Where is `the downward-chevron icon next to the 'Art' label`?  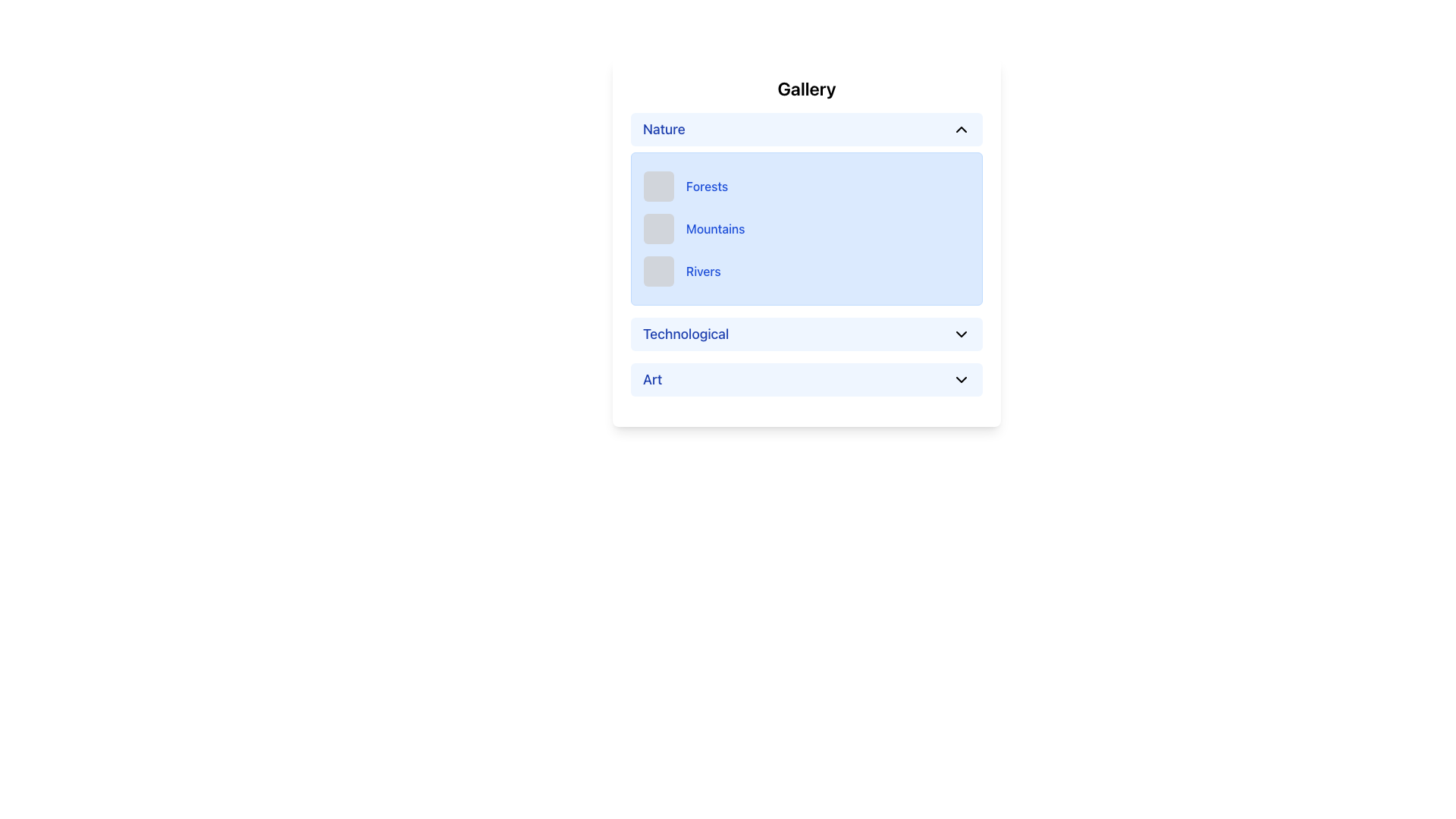
the downward-chevron icon next to the 'Art' label is located at coordinates (960, 379).